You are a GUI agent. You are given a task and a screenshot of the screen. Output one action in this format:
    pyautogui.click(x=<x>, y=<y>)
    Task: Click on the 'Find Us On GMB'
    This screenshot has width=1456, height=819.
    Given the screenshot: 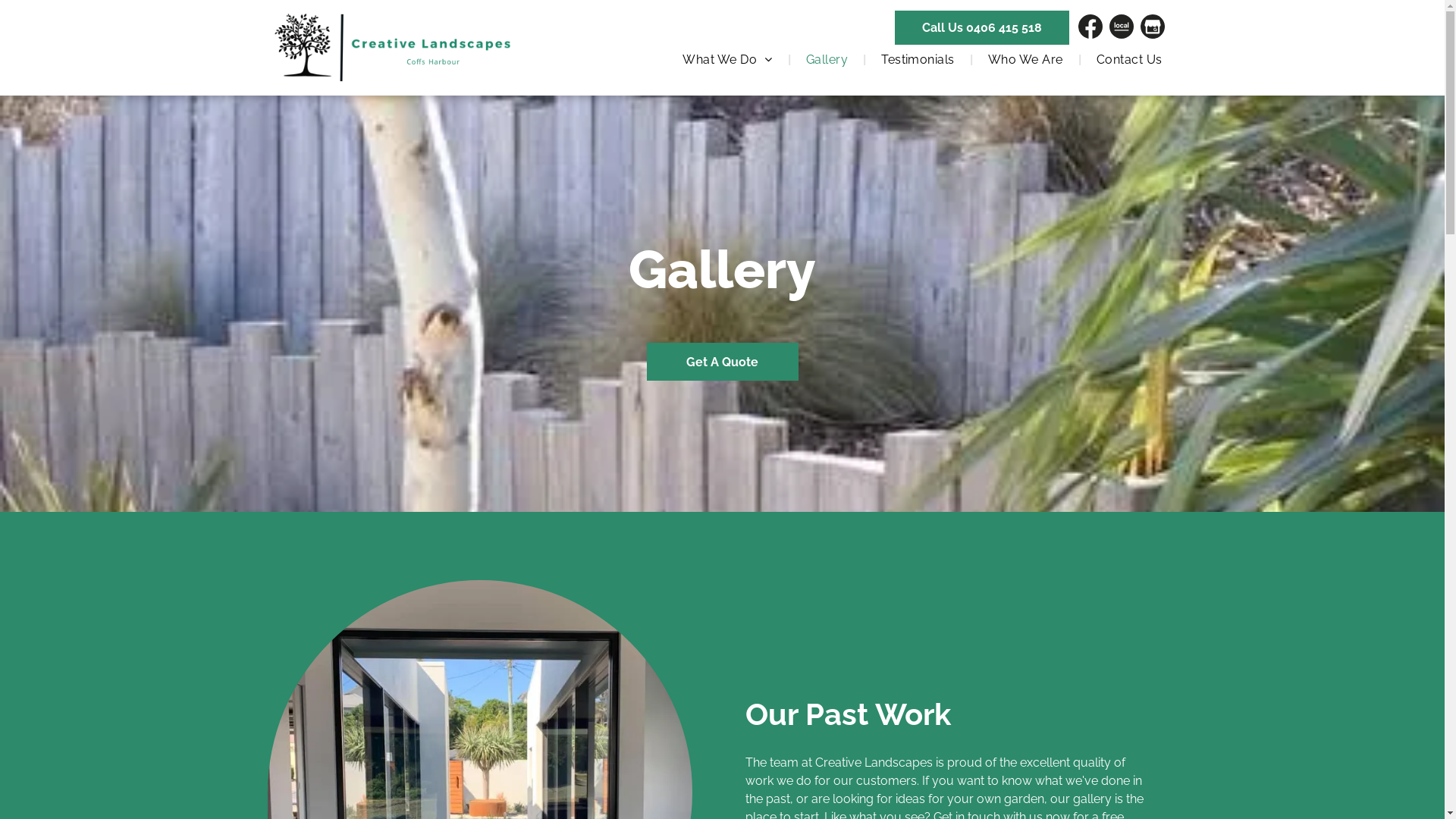 What is the action you would take?
    pyautogui.click(x=1153, y=26)
    